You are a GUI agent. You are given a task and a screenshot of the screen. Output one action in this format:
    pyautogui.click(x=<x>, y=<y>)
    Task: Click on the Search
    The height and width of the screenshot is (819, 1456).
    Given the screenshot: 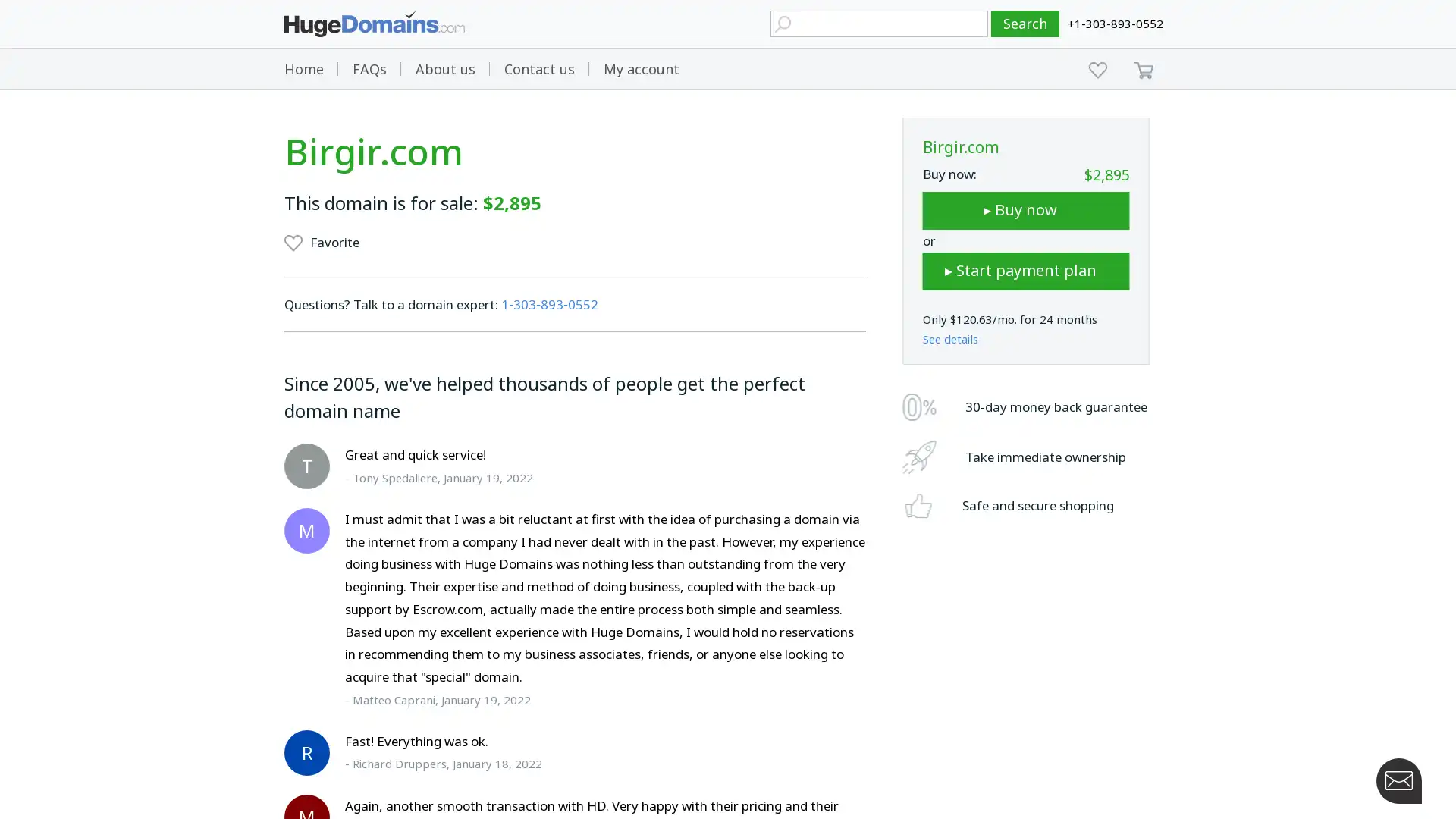 What is the action you would take?
    pyautogui.click(x=1025, y=24)
    